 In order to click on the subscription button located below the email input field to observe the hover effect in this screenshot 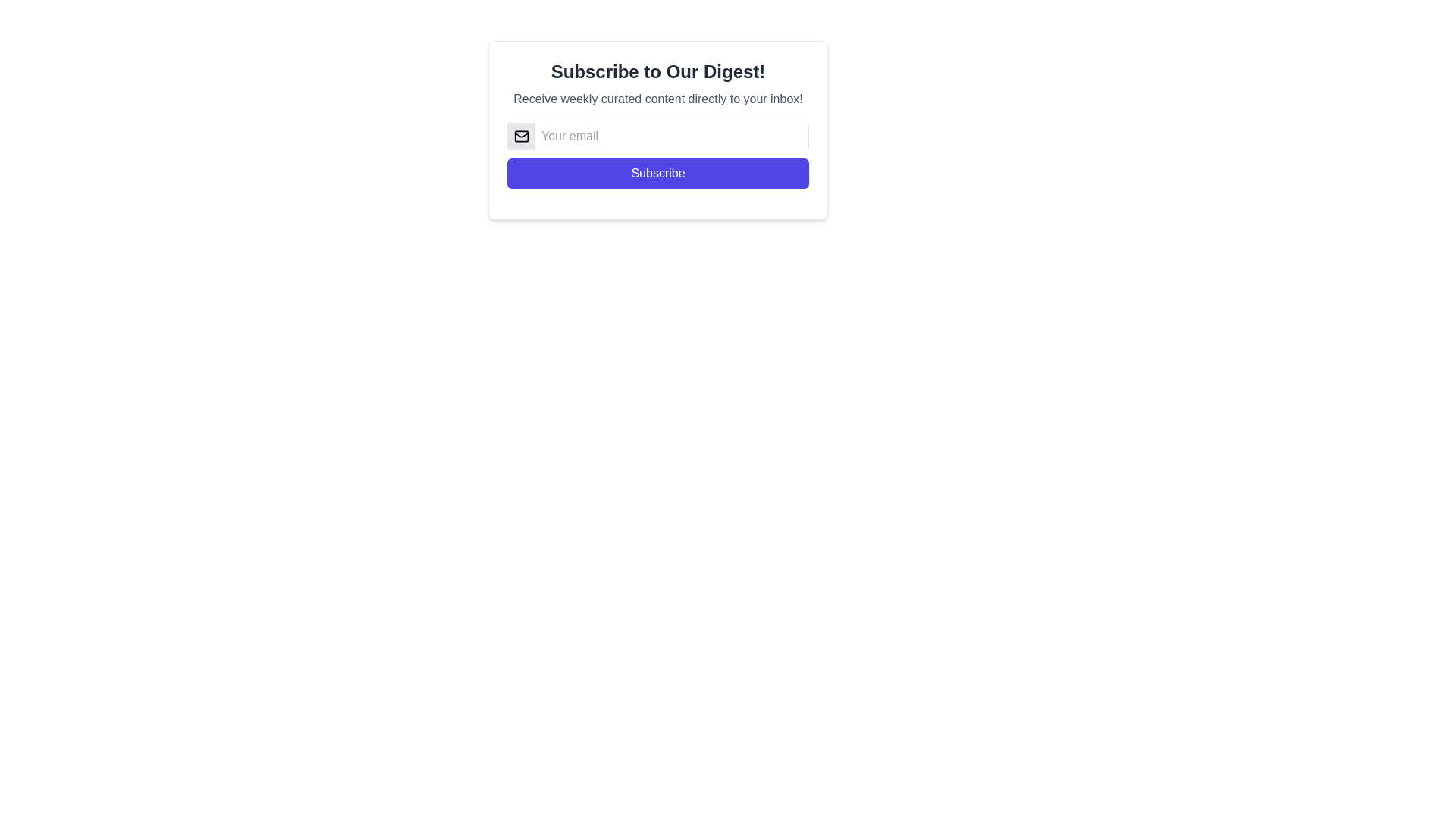, I will do `click(658, 172)`.